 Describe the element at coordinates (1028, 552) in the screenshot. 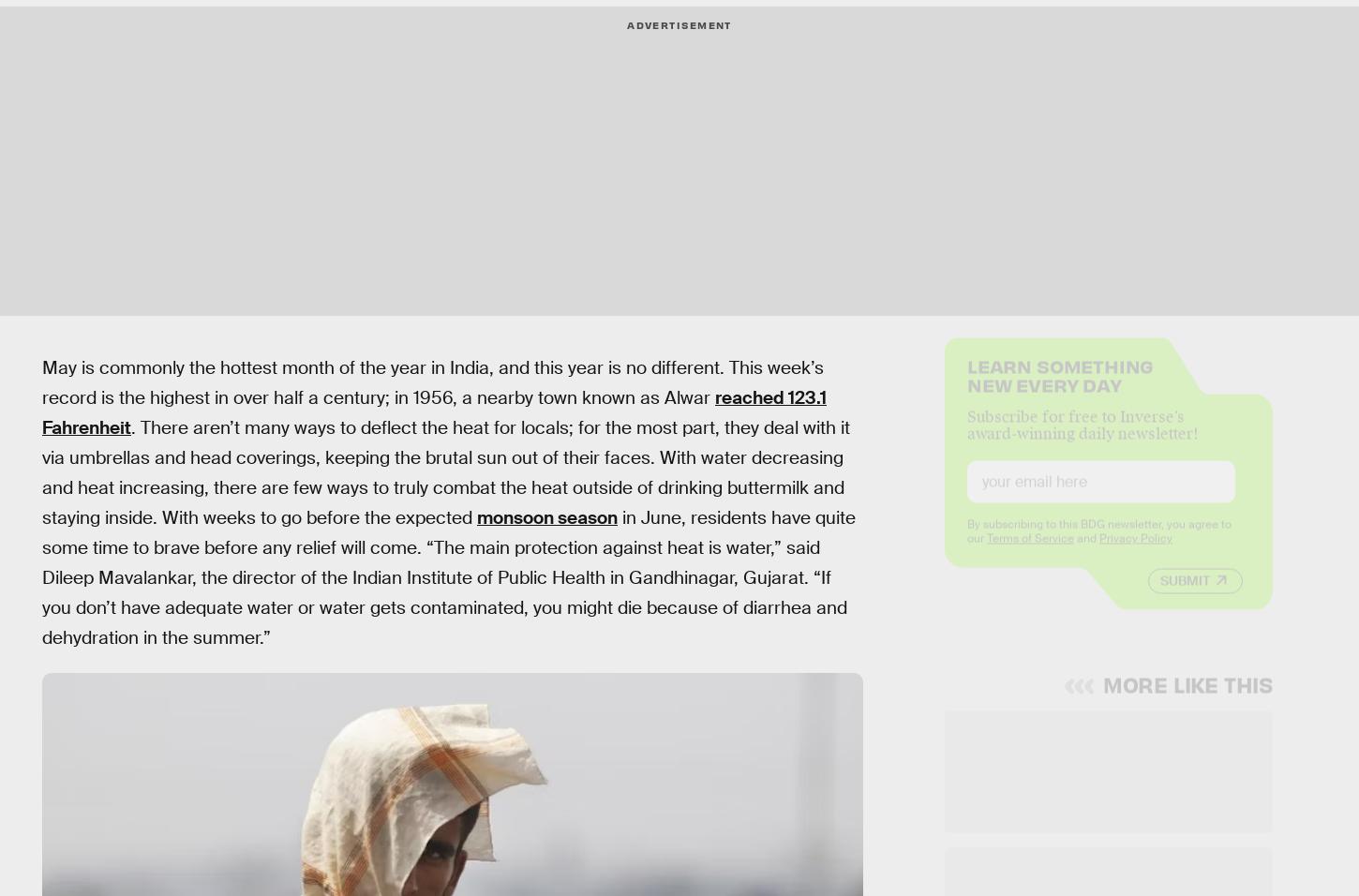

I see `'Terms of Service'` at that location.